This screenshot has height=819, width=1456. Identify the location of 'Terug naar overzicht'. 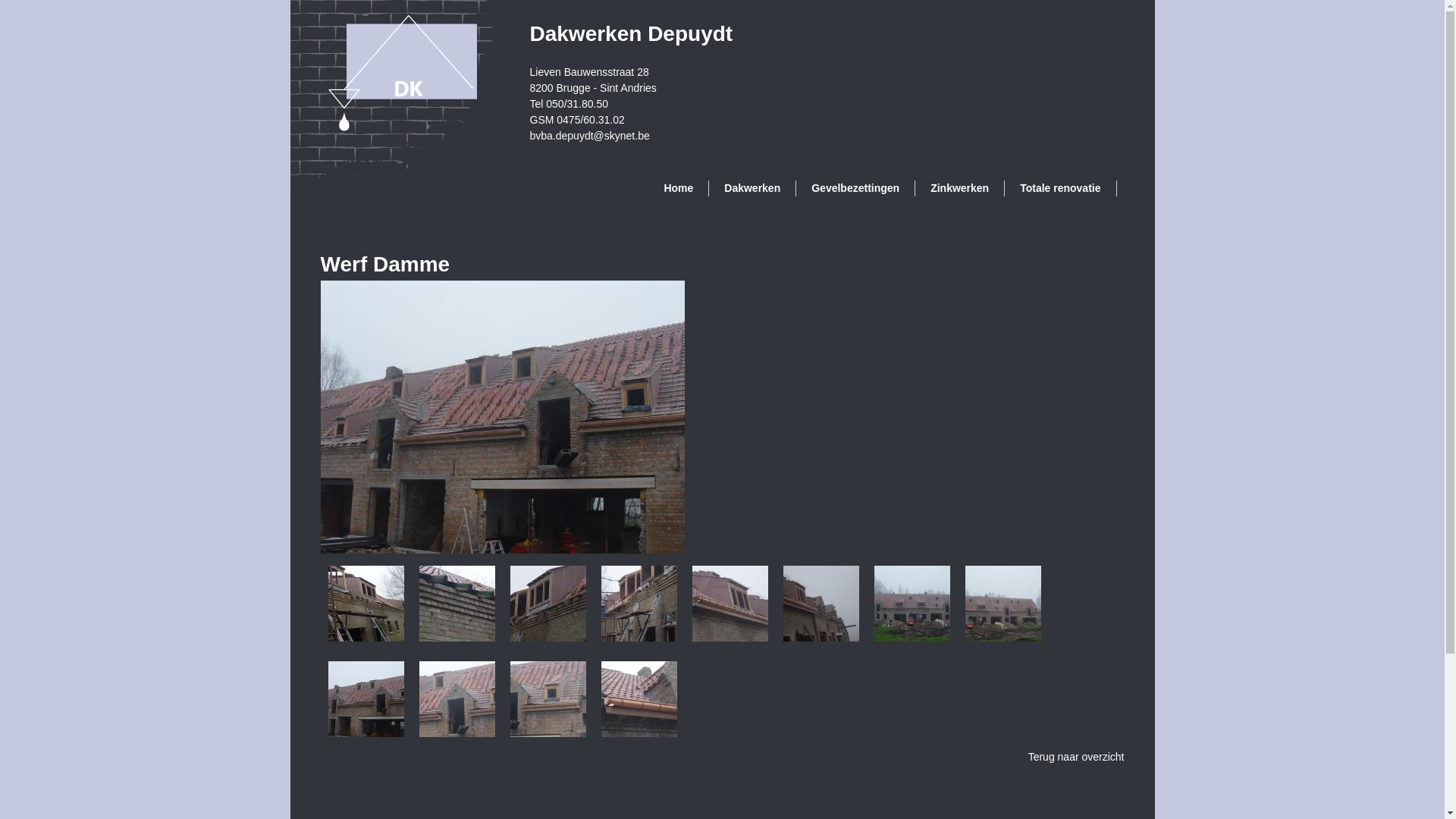
(1075, 757).